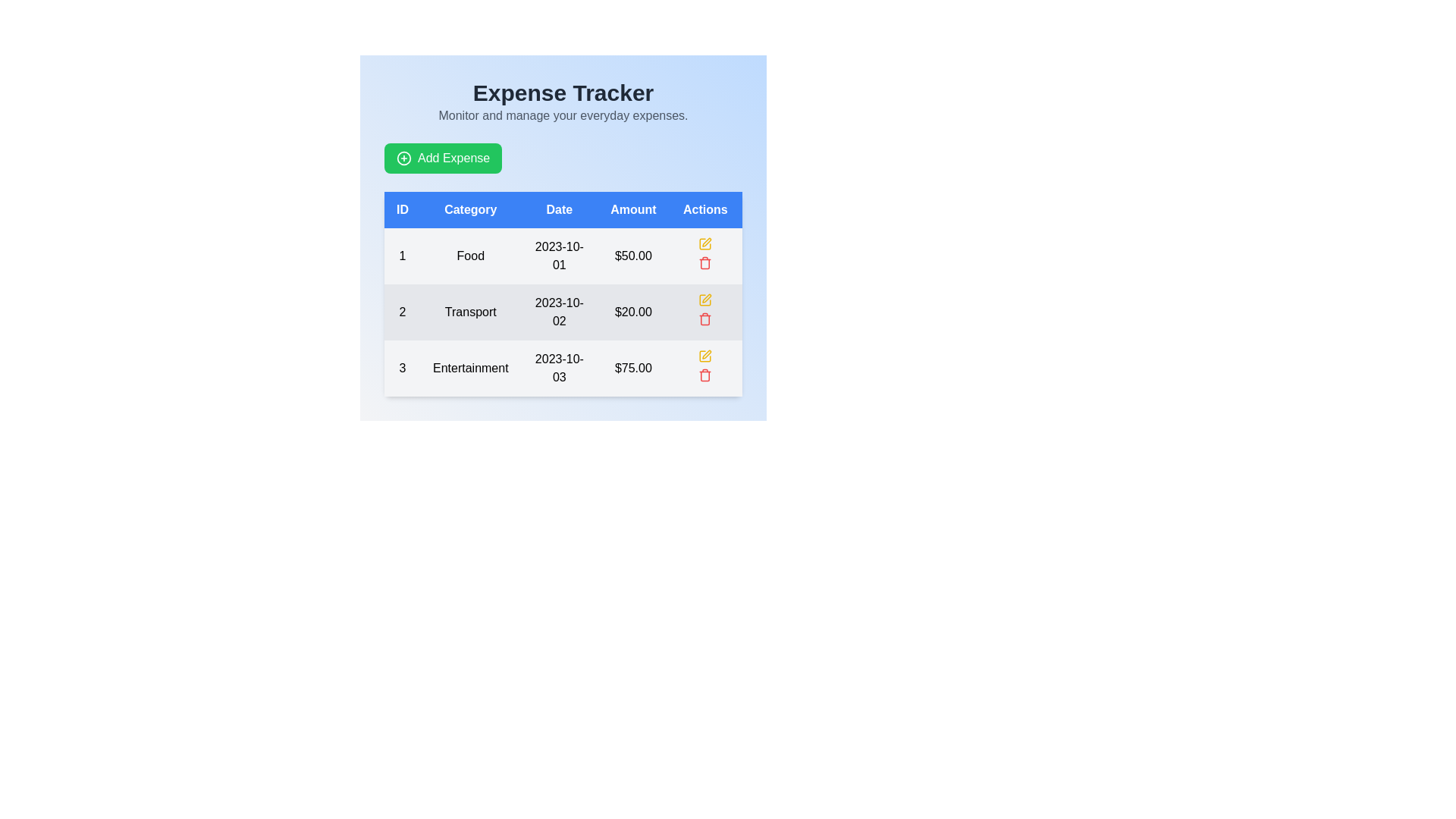 Image resolution: width=1456 pixels, height=819 pixels. What do you see at coordinates (704, 243) in the screenshot?
I see `the Icon Button in the 'Actions' column of the first data row` at bounding box center [704, 243].